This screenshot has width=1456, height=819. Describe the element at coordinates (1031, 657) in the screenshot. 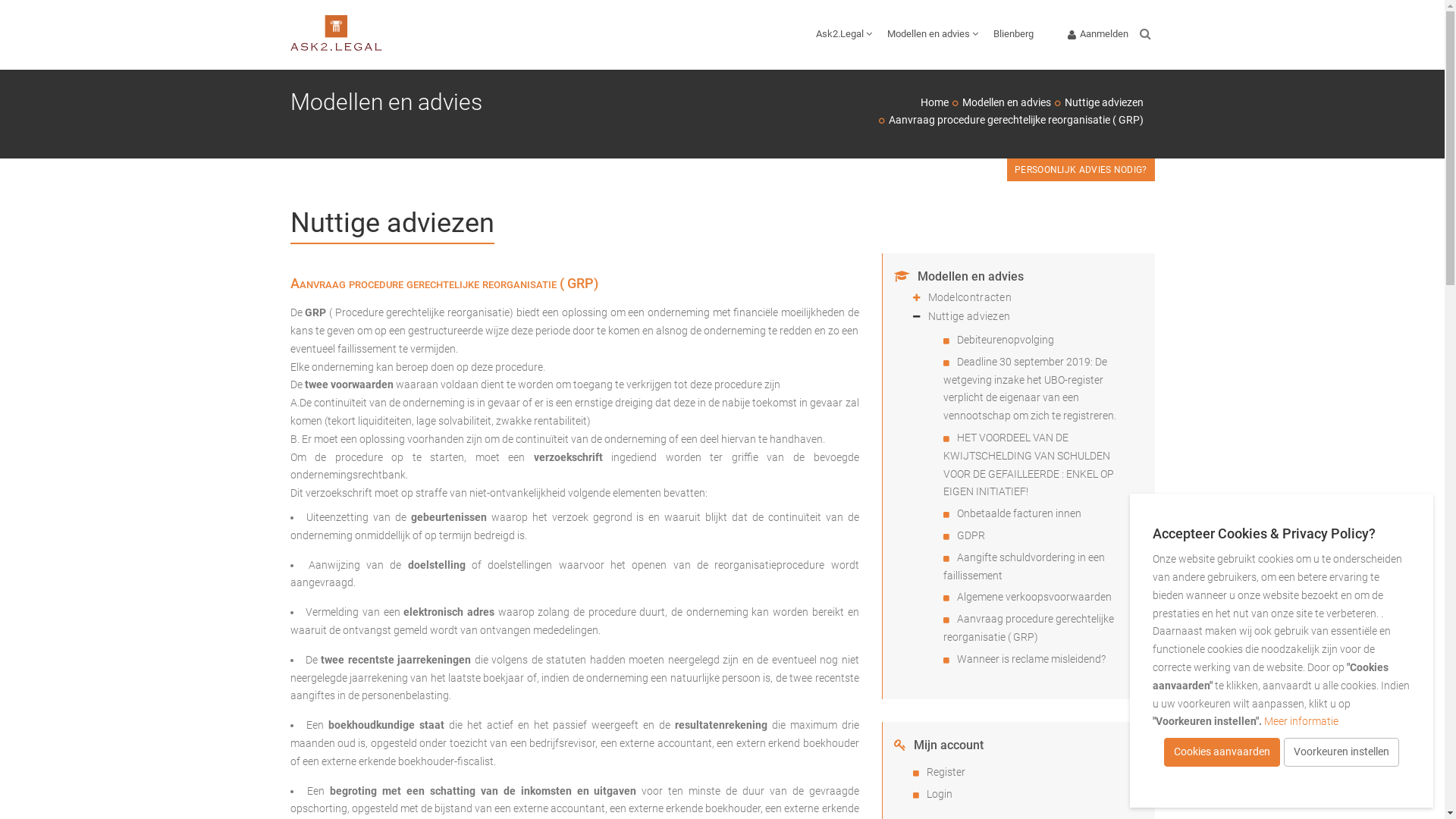

I see `'Wanneer is reclame misleidend?'` at that location.